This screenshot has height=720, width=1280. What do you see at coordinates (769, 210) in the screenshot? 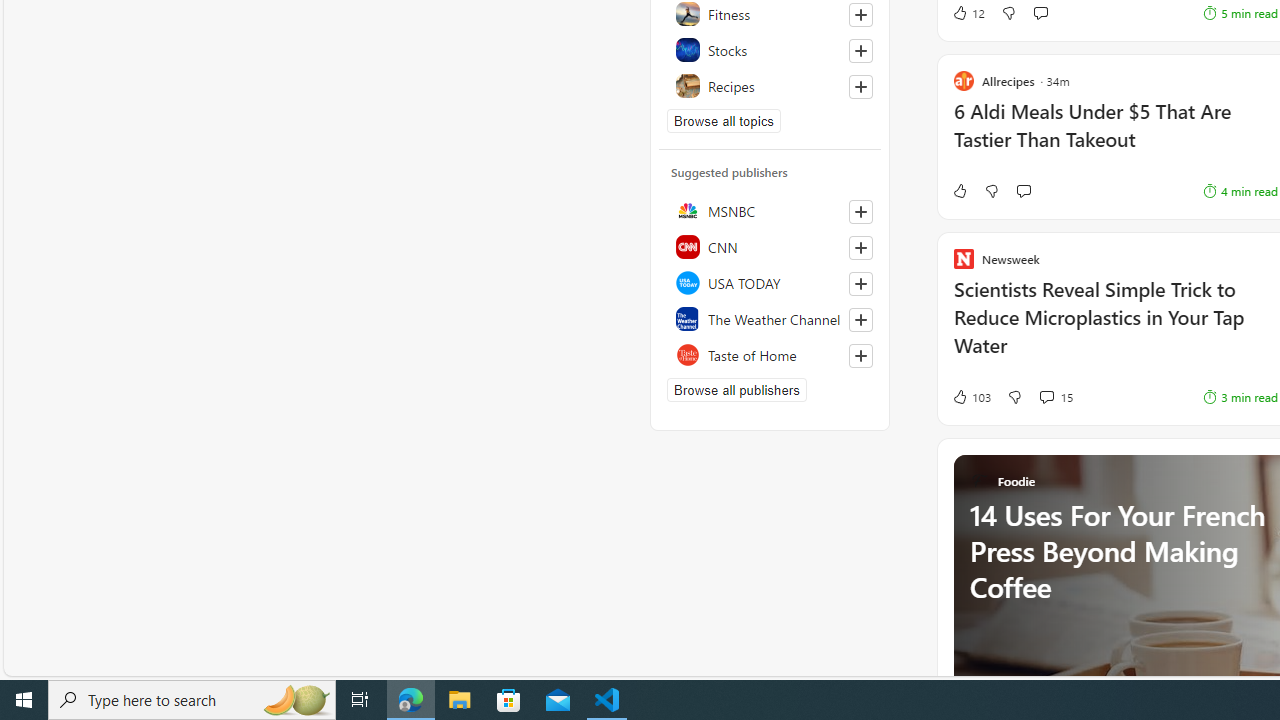
I see `'MSNBC'` at bounding box center [769, 210].